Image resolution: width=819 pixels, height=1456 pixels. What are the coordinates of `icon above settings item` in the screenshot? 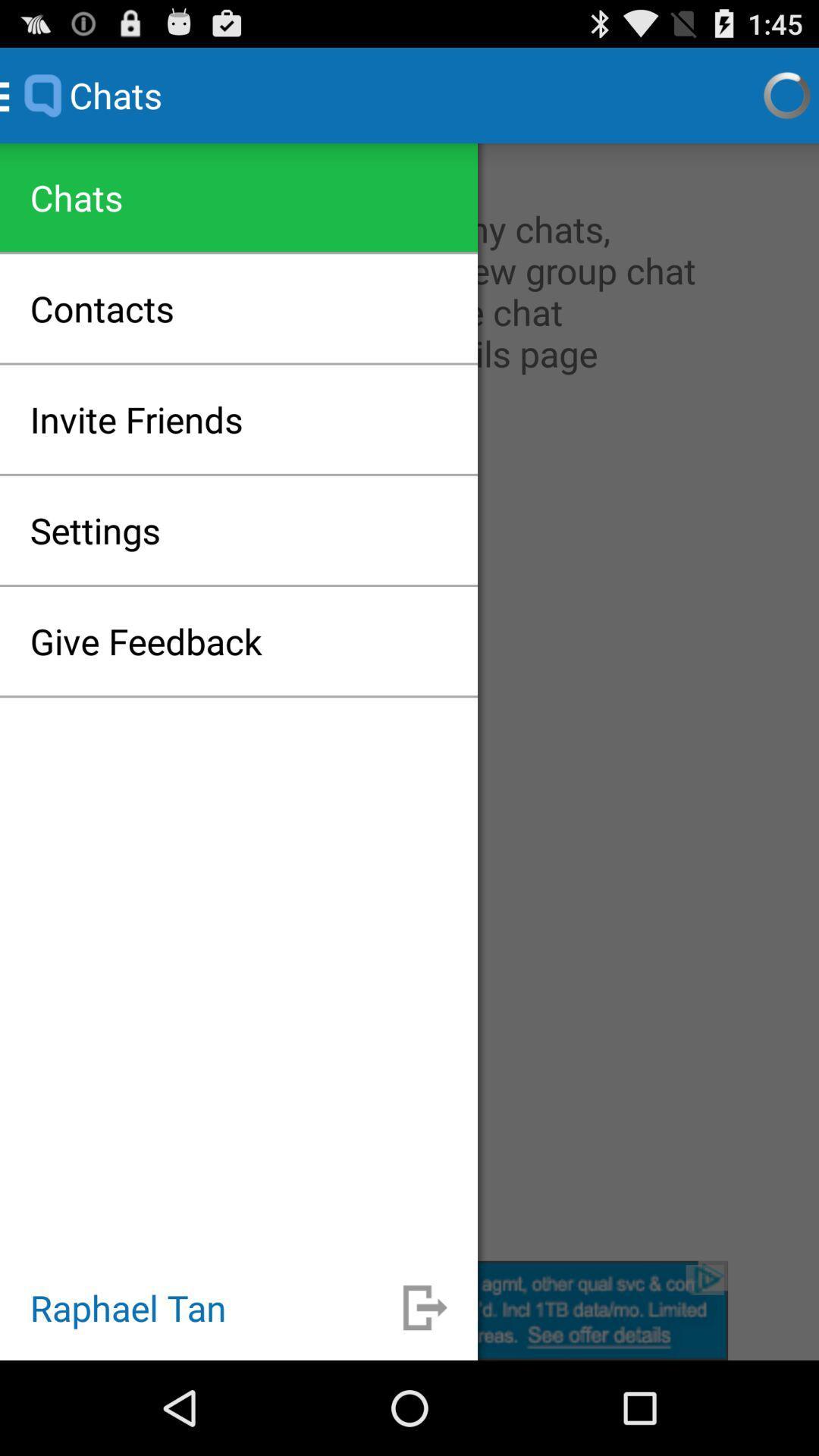 It's located at (136, 419).